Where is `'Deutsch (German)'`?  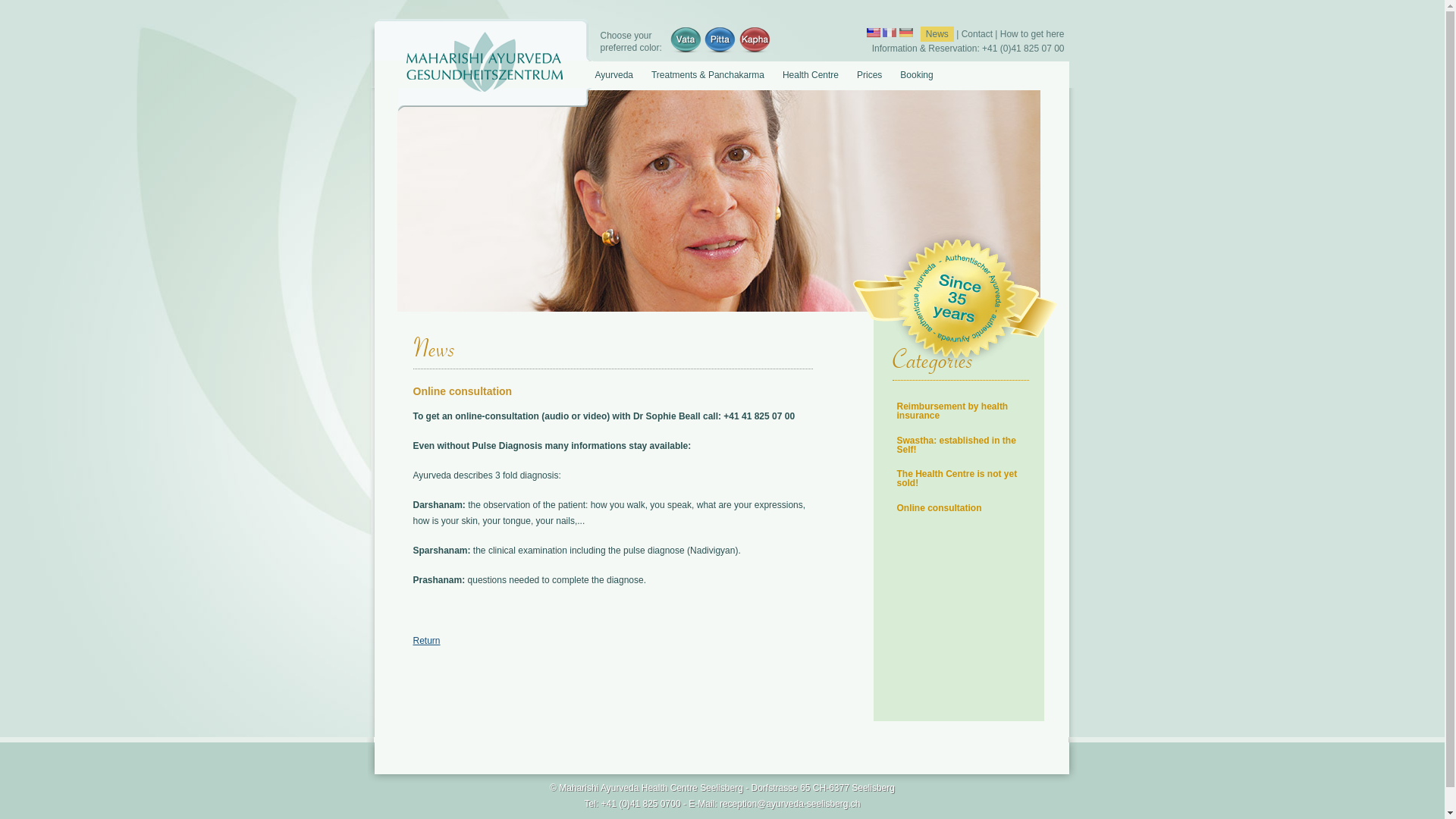 'Deutsch (German)' is located at coordinates (906, 32).